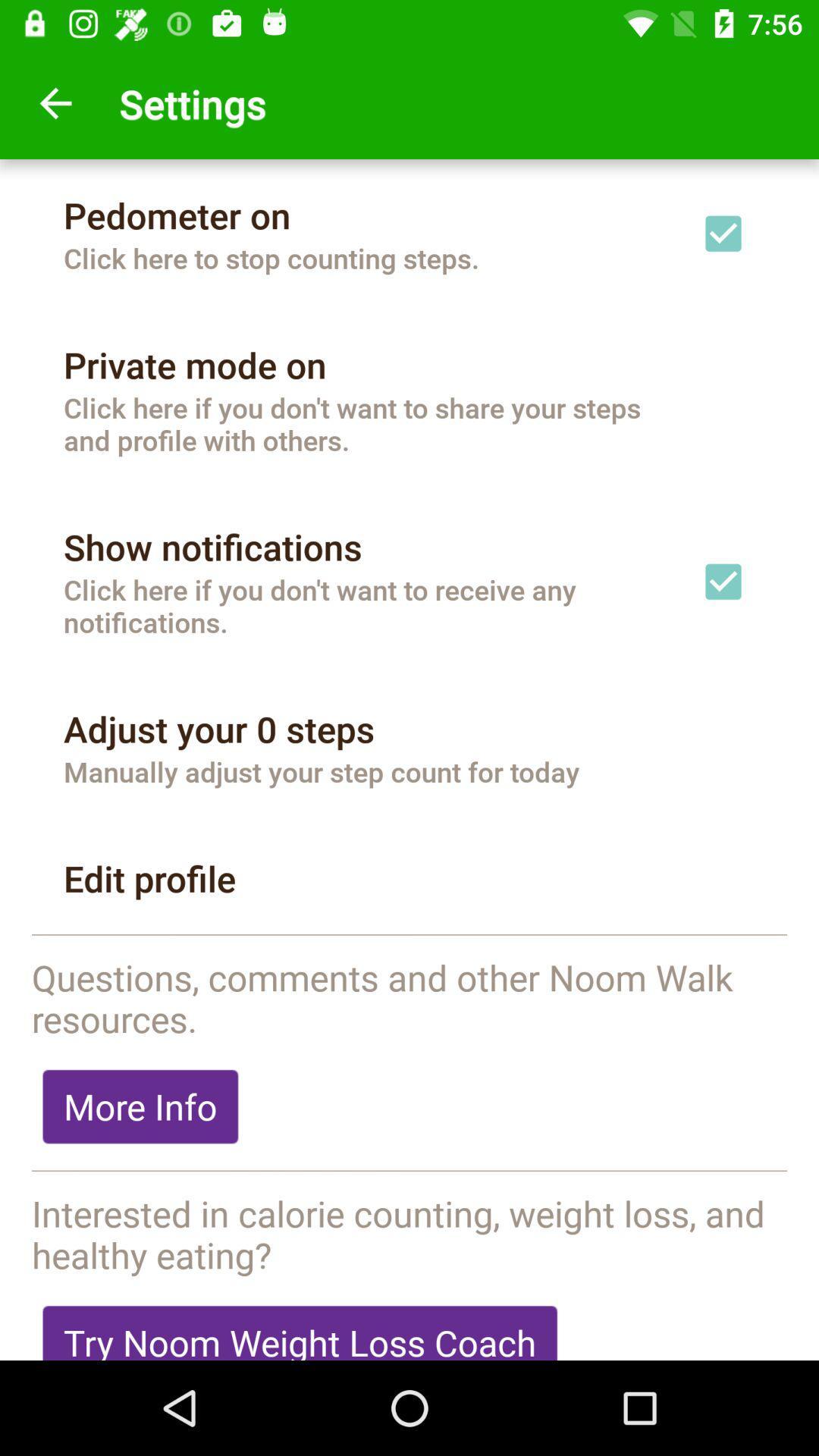  Describe the element at coordinates (409, 935) in the screenshot. I see `the icon above the questions comments and` at that location.